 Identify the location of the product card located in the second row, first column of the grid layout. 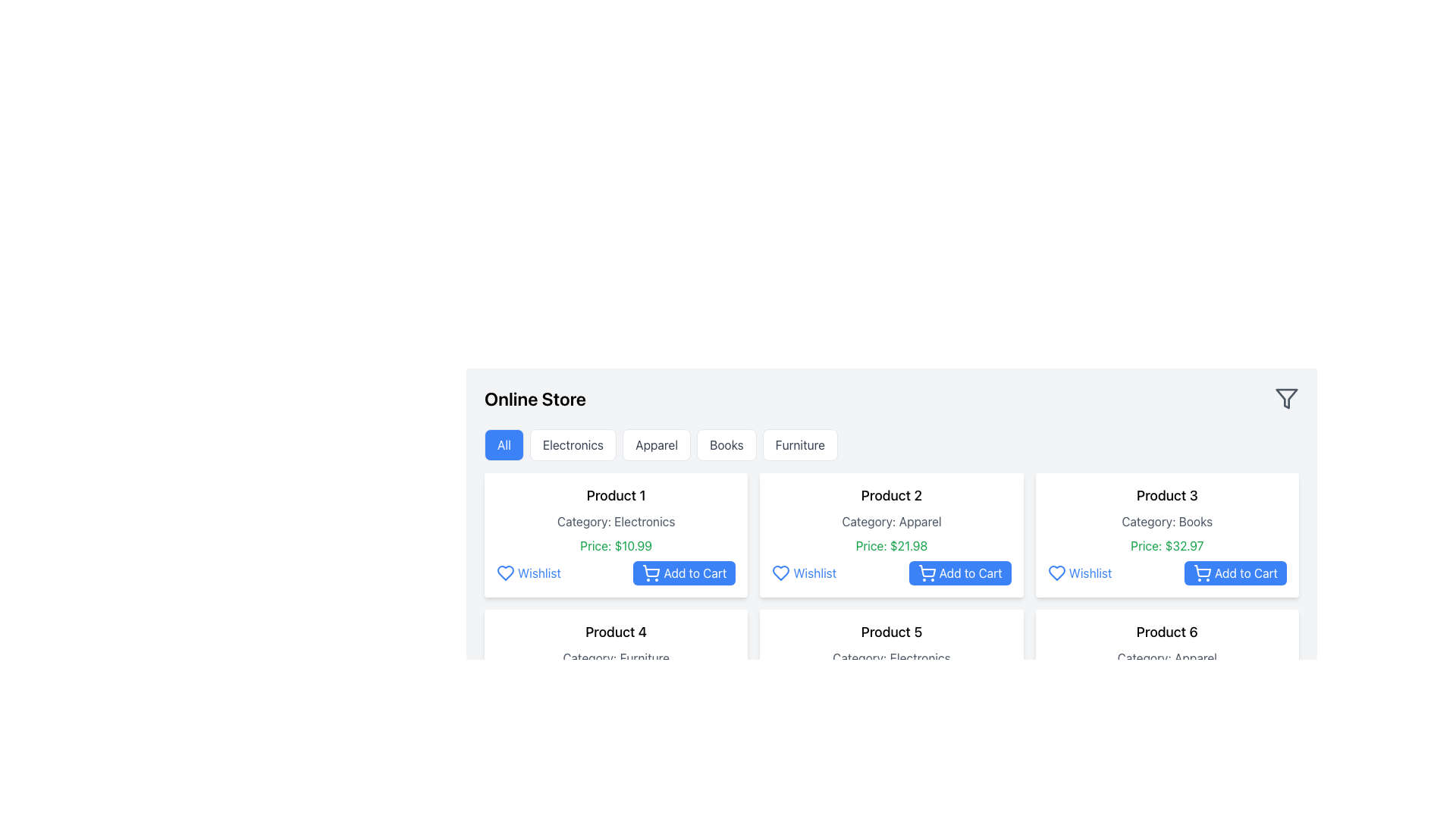
(616, 671).